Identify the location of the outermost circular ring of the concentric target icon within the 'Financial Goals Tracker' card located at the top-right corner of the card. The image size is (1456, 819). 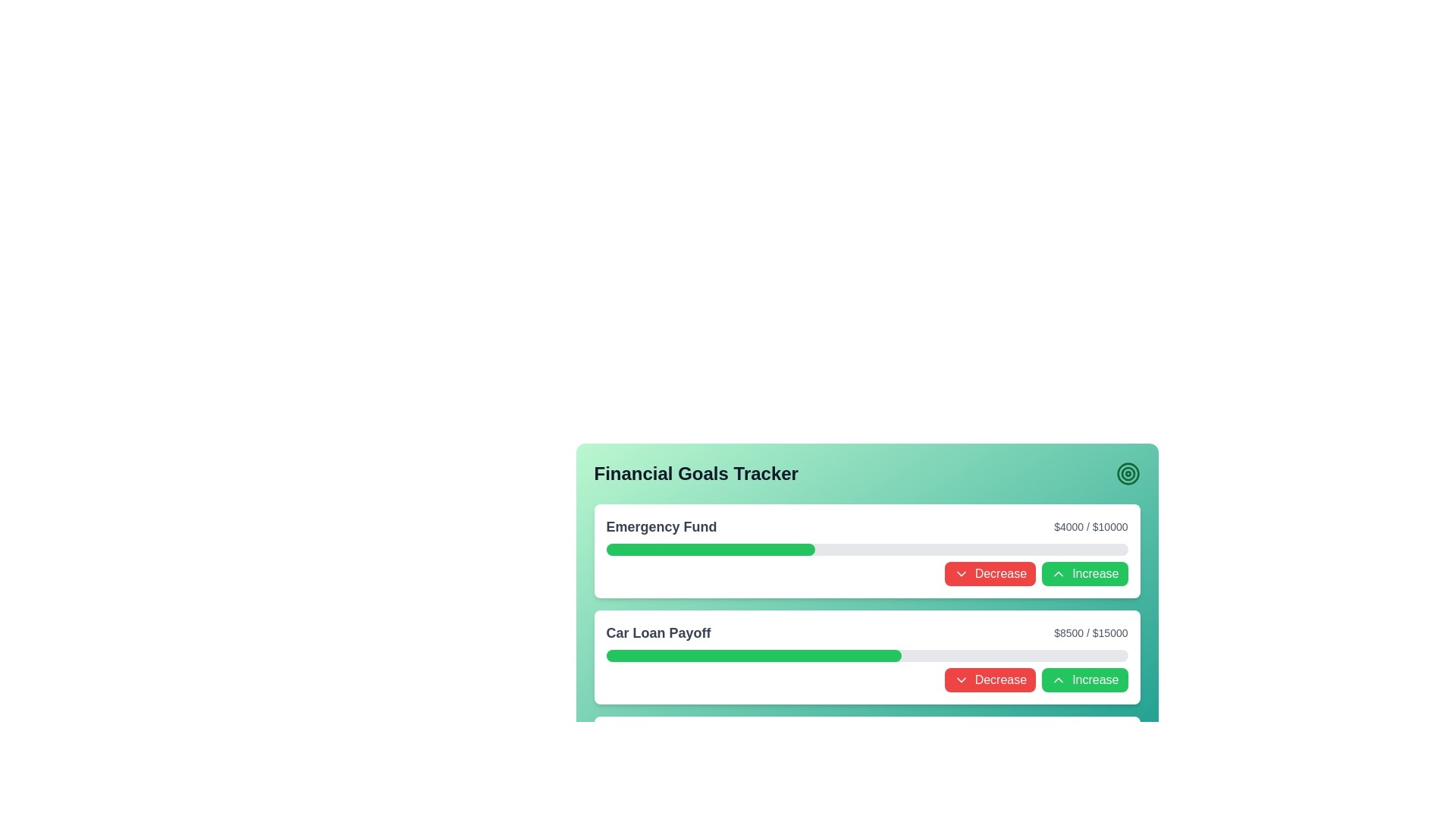
(1128, 472).